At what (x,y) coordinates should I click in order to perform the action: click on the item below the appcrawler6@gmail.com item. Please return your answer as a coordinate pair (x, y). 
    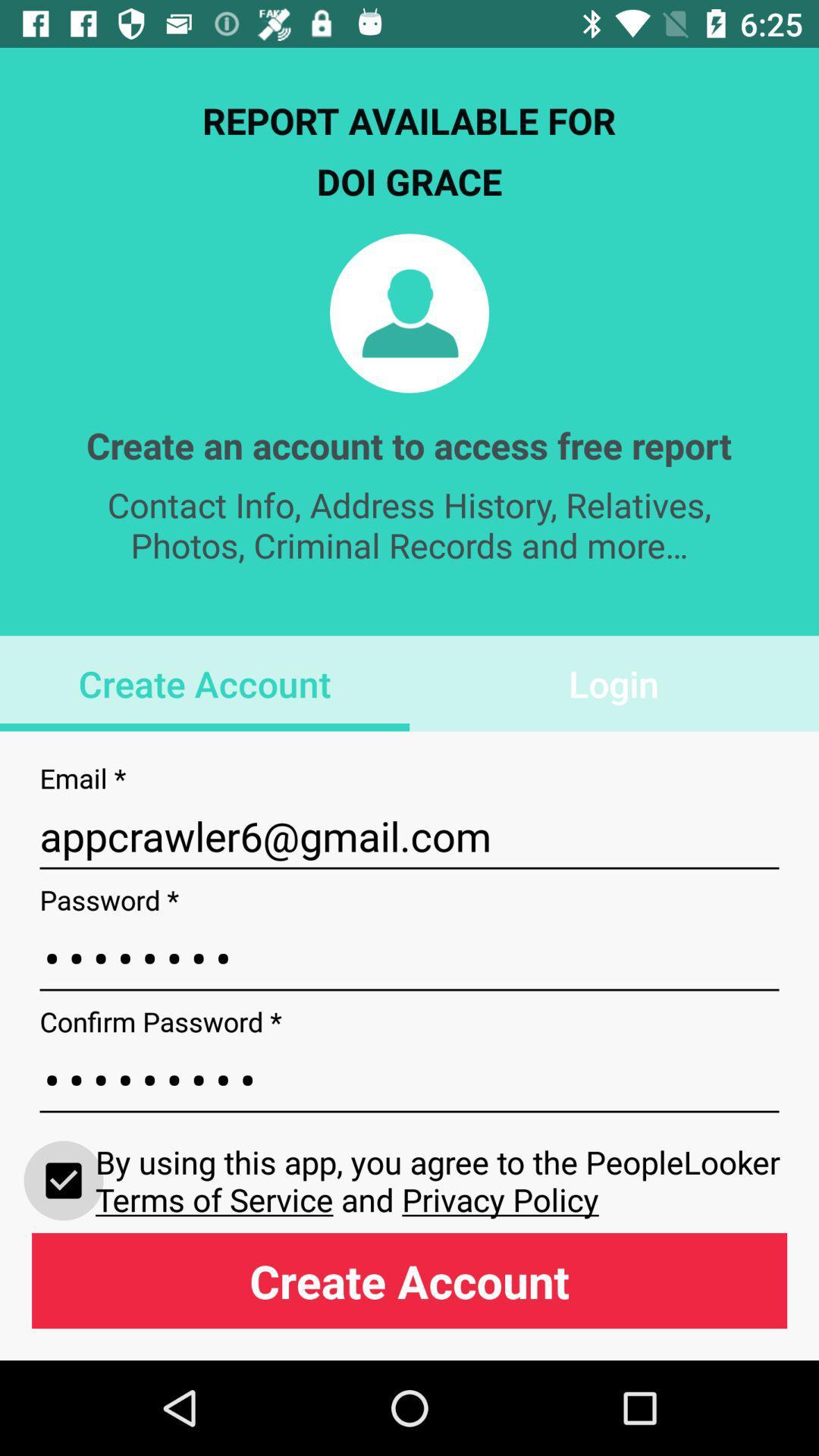
    Looking at the image, I should click on (409, 957).